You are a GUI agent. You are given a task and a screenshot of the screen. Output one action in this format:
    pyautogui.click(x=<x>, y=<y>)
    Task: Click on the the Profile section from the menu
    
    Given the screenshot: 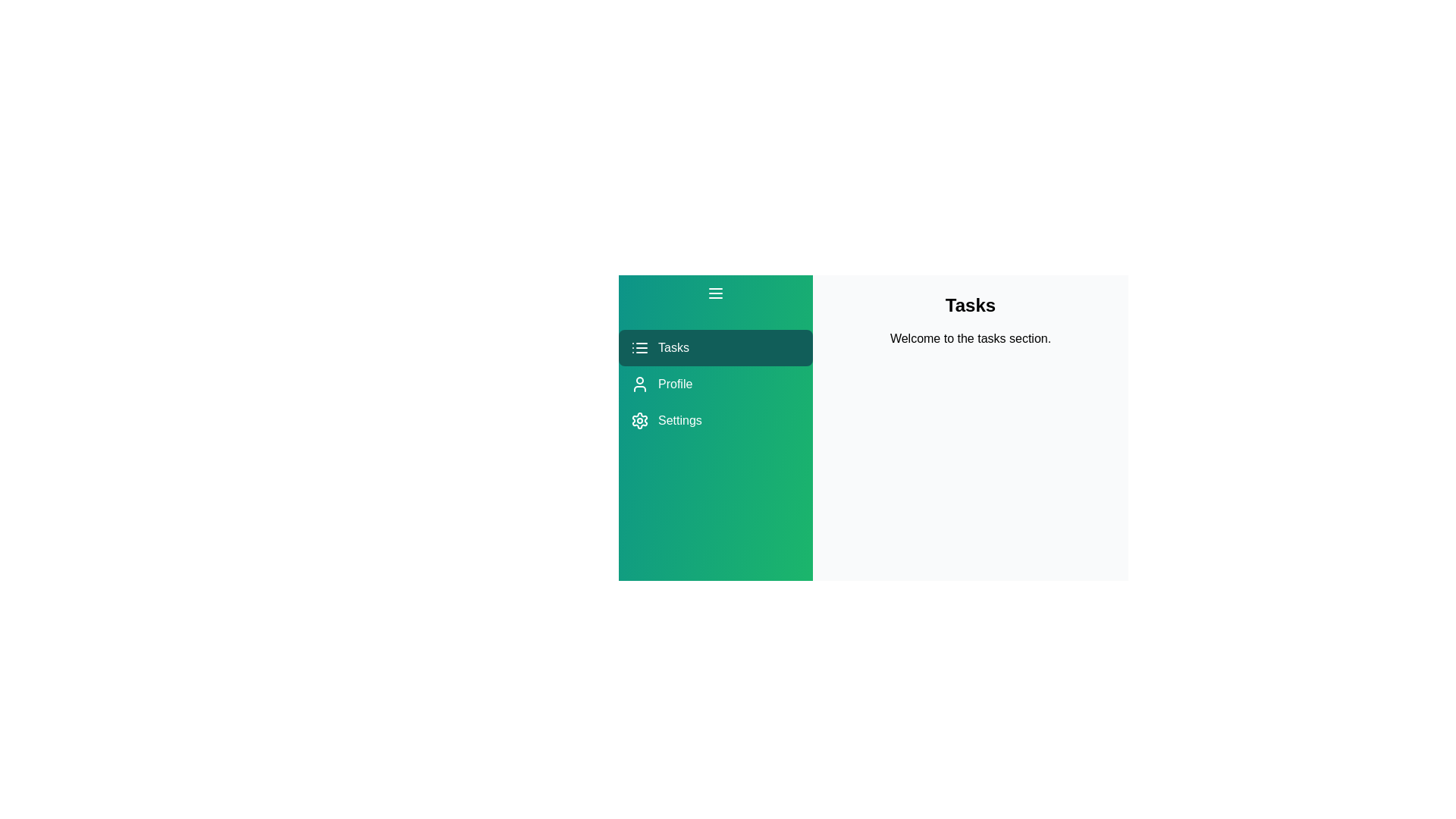 What is the action you would take?
    pyautogui.click(x=715, y=383)
    